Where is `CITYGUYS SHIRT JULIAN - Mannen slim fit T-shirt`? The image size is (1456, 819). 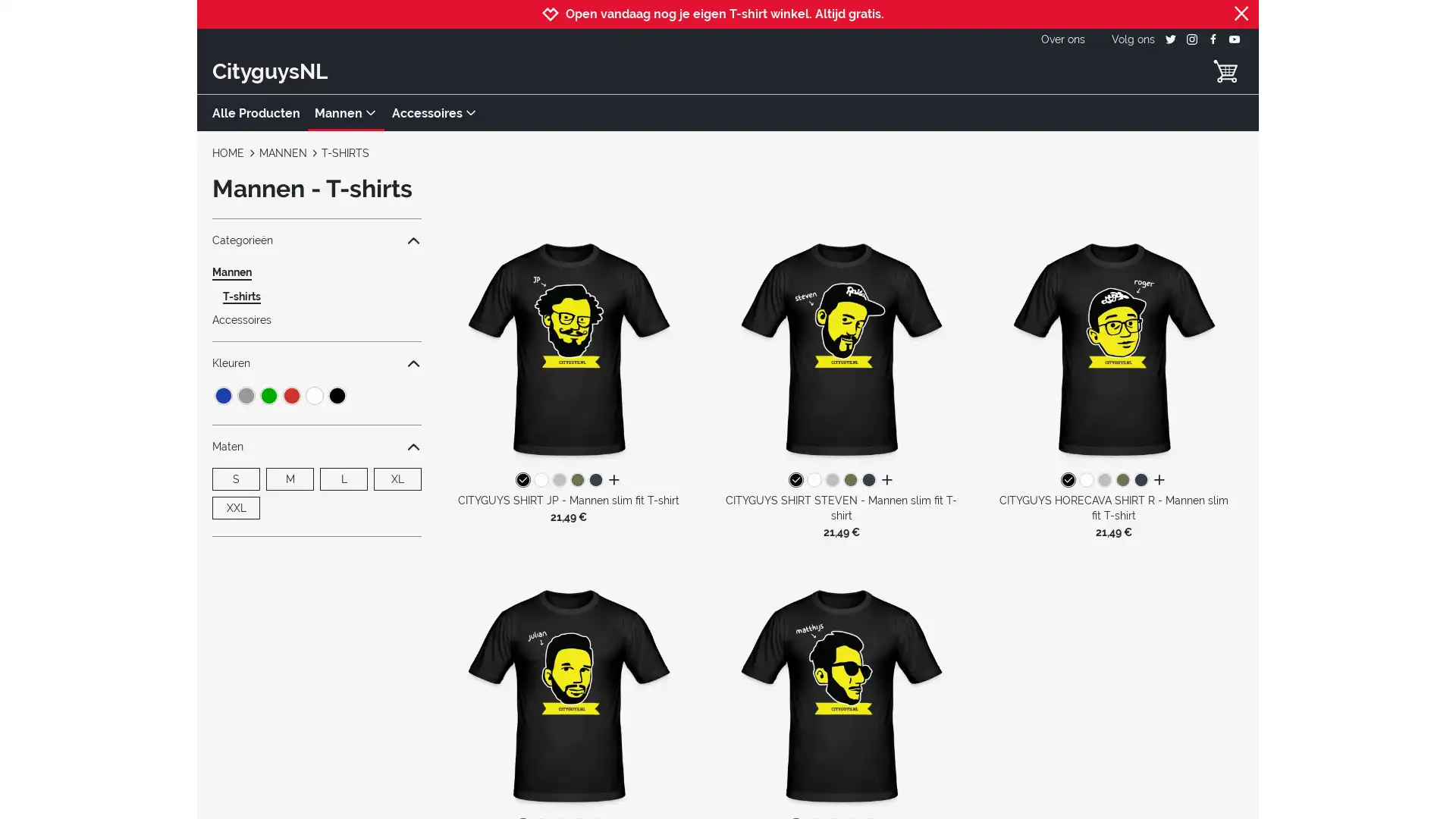
CITYGUYS SHIRT JULIAN - Mannen slim fit T-shirt is located at coordinates (567, 693).